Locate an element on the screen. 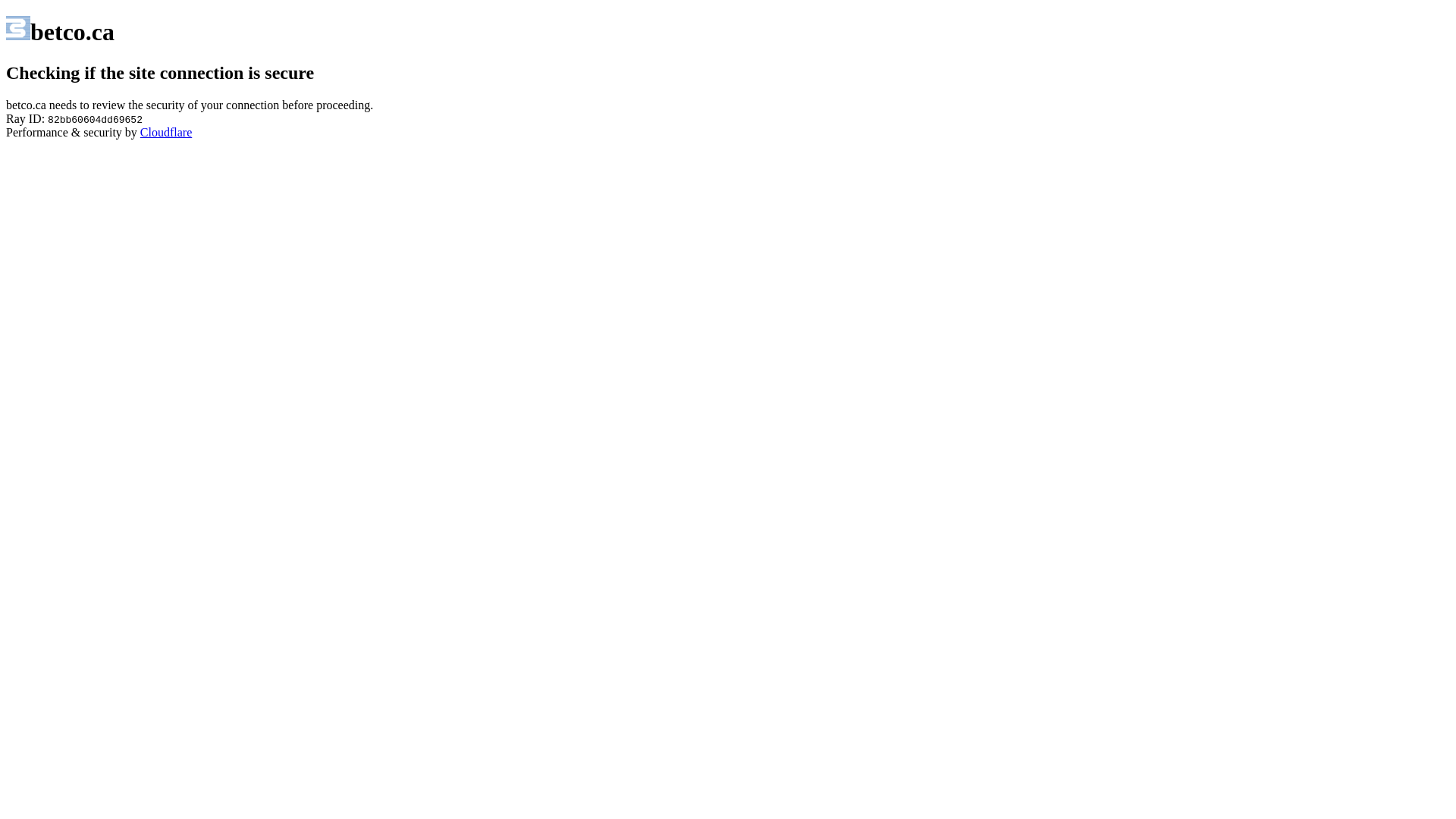 Image resolution: width=1456 pixels, height=819 pixels. 'Cloudflare' is located at coordinates (166, 131).